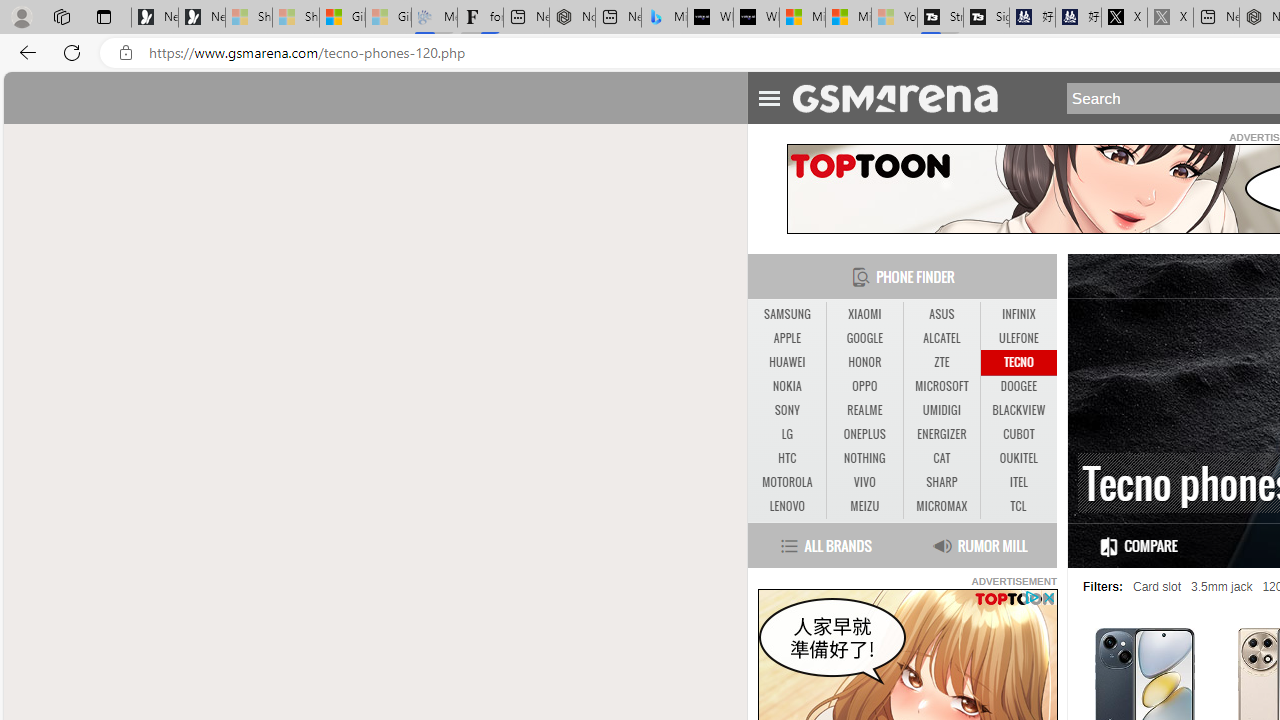  I want to click on 'MICROMAX', so click(941, 505).